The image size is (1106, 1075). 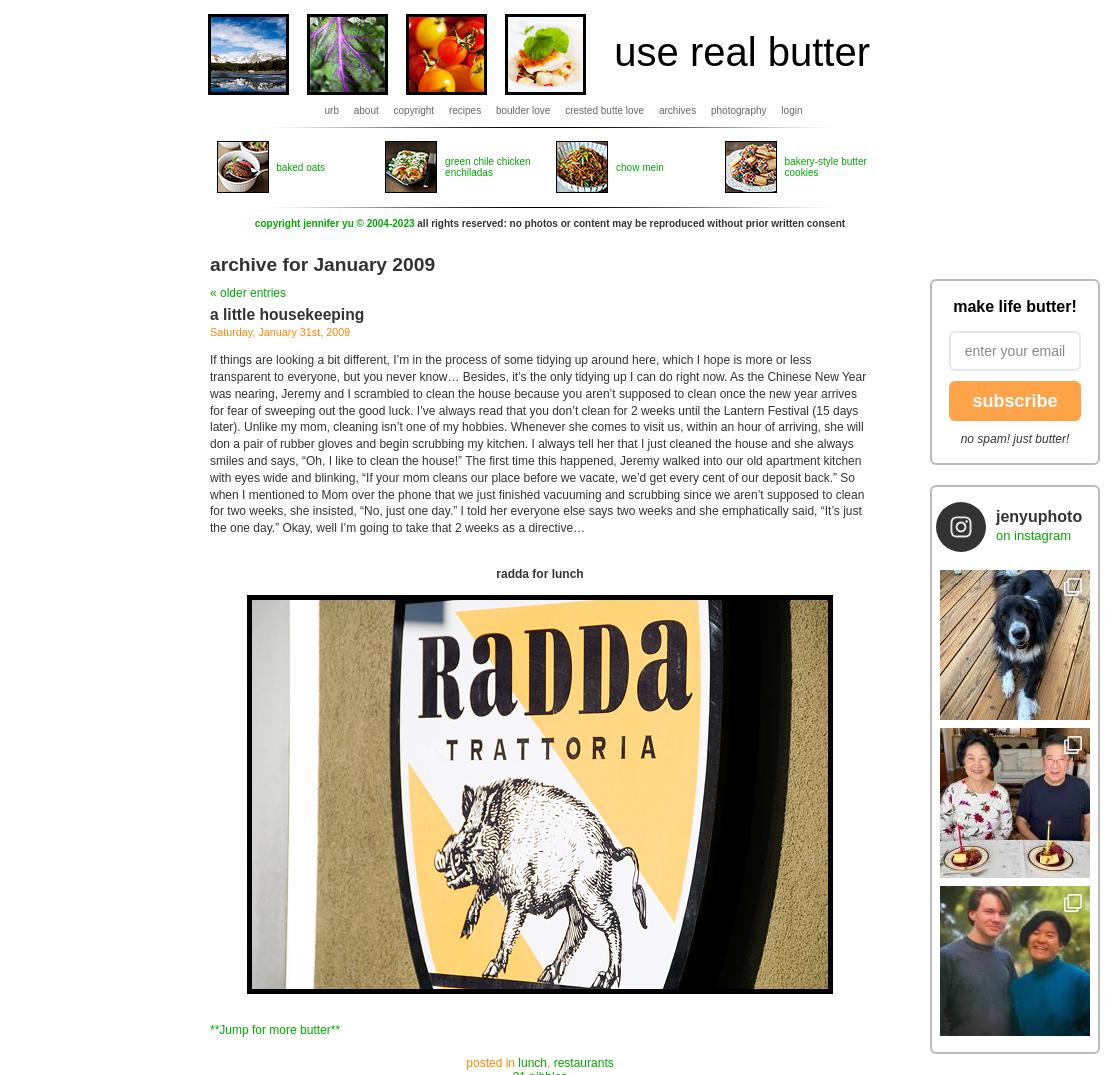 What do you see at coordinates (1013, 438) in the screenshot?
I see `'no spam! just butter!'` at bounding box center [1013, 438].